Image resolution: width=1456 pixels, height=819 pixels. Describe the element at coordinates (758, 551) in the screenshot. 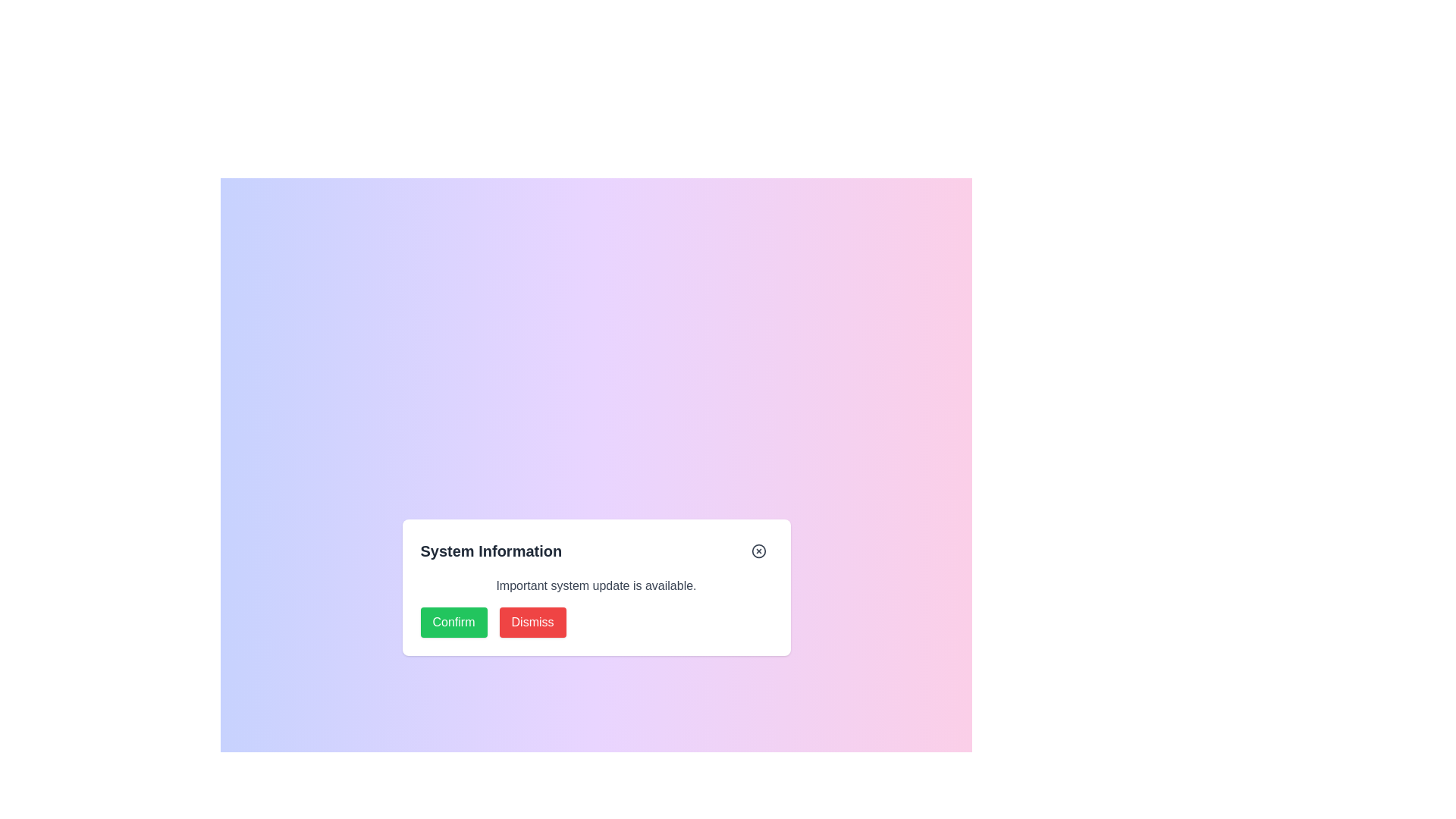

I see `the circular button with an 'X' icon located at the top-right corner of the 'System Information' panel to trigger the hover effect` at that location.